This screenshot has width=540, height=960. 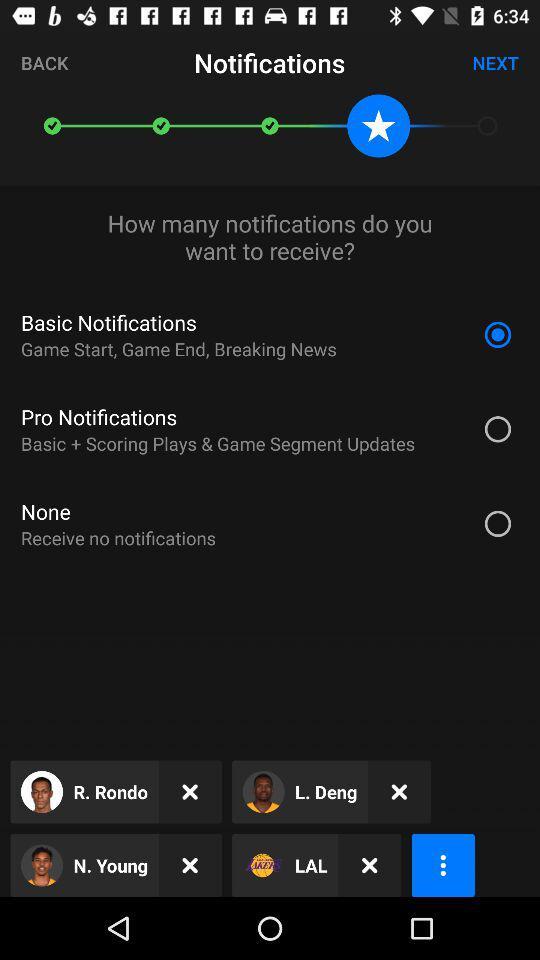 What do you see at coordinates (494, 62) in the screenshot?
I see `the icon next to notifications icon` at bounding box center [494, 62].